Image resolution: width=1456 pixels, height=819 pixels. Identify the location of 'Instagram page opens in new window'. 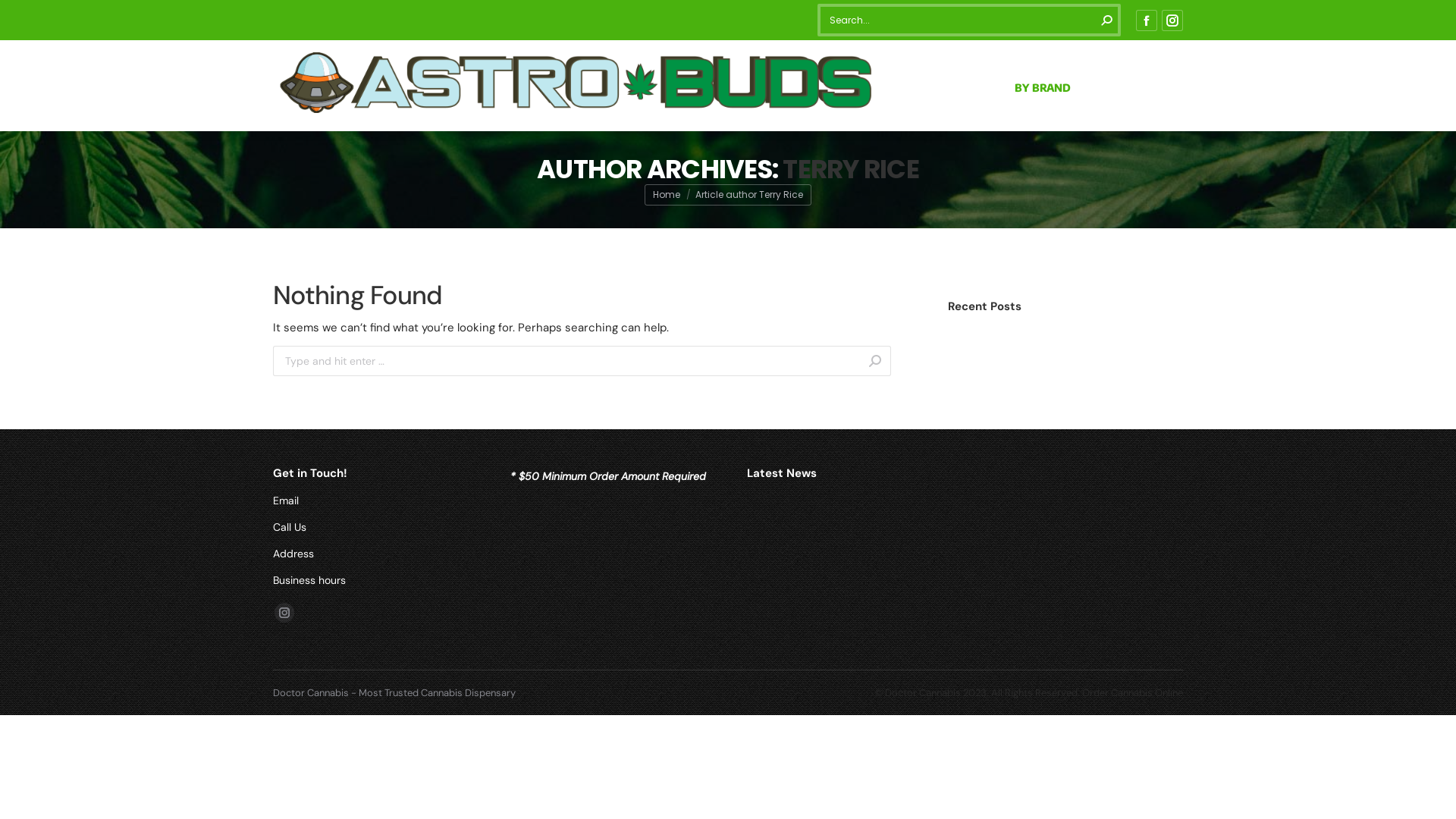
(1160, 20).